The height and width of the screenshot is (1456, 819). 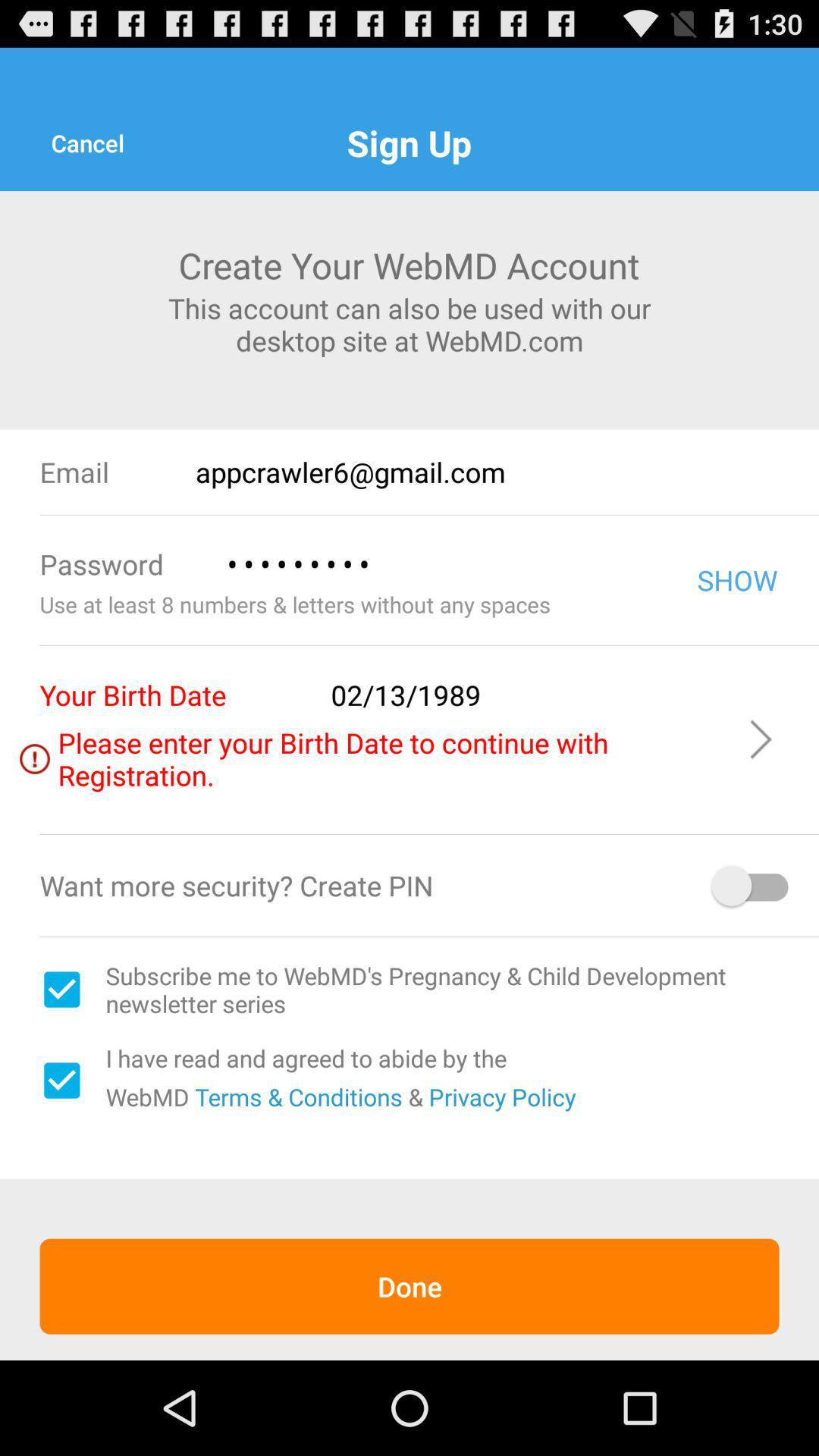 What do you see at coordinates (61, 1080) in the screenshot?
I see `terms and conditions acceptance` at bounding box center [61, 1080].